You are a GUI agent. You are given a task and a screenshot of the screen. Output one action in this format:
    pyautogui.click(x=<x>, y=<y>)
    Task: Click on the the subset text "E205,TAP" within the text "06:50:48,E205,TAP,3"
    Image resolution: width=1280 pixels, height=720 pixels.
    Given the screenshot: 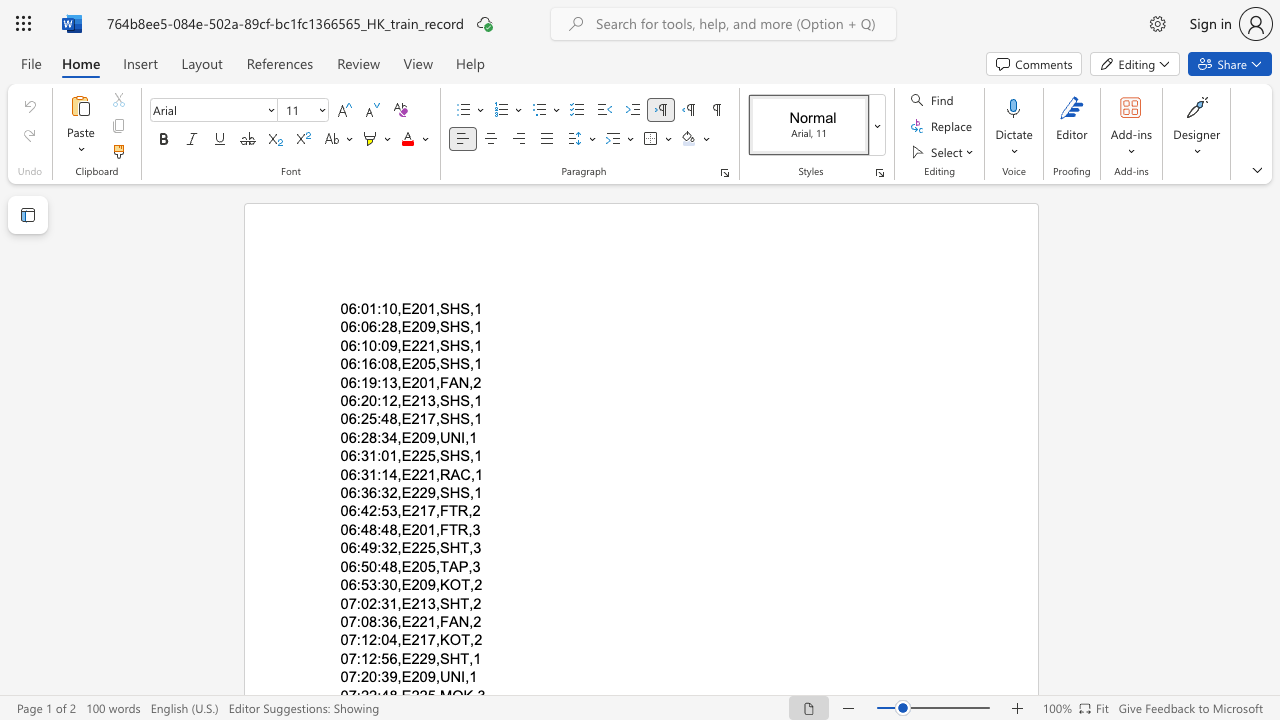 What is the action you would take?
    pyautogui.click(x=400, y=566)
    